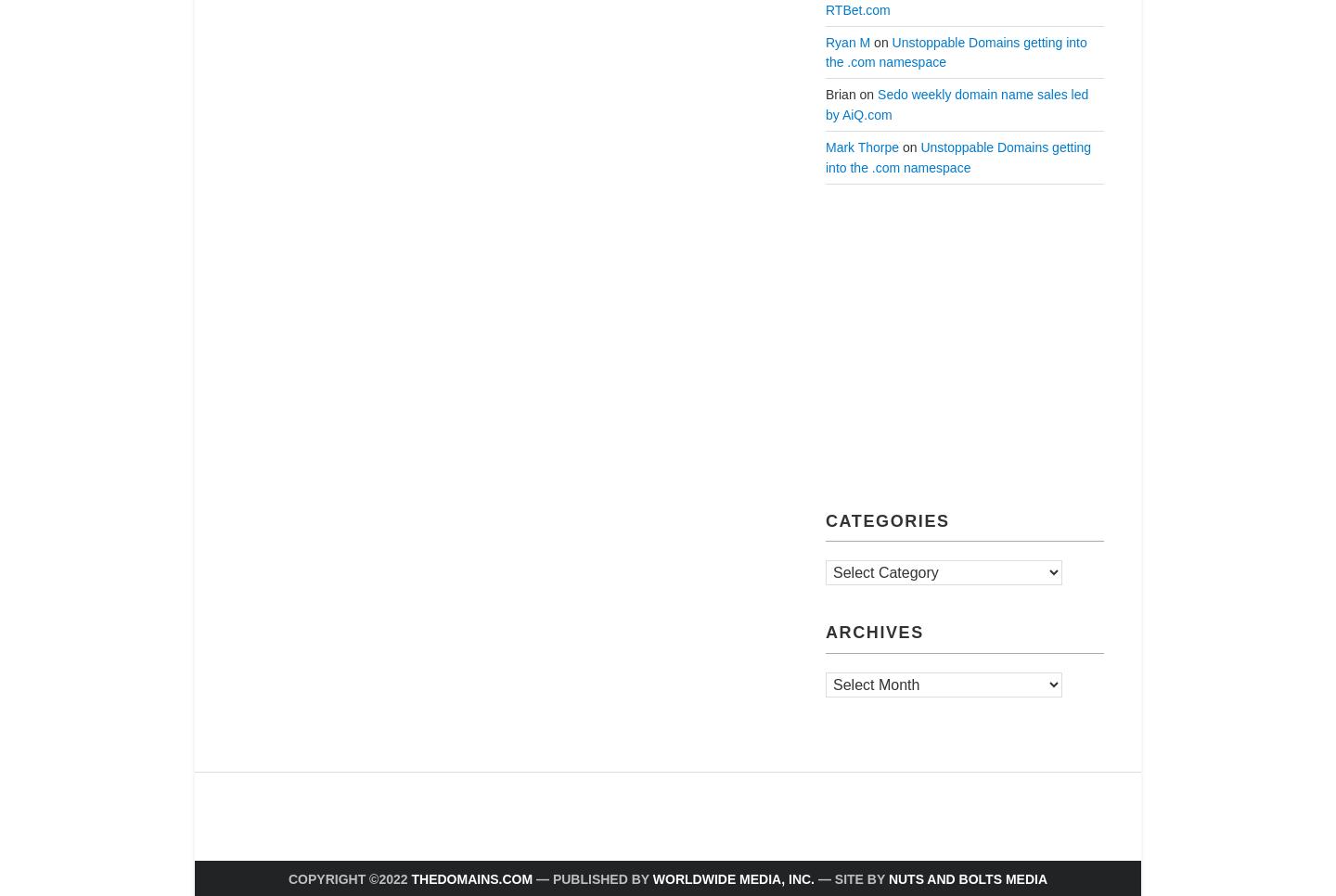 The height and width of the screenshot is (896, 1336). Describe the element at coordinates (887, 518) in the screenshot. I see `'Categories'` at that location.